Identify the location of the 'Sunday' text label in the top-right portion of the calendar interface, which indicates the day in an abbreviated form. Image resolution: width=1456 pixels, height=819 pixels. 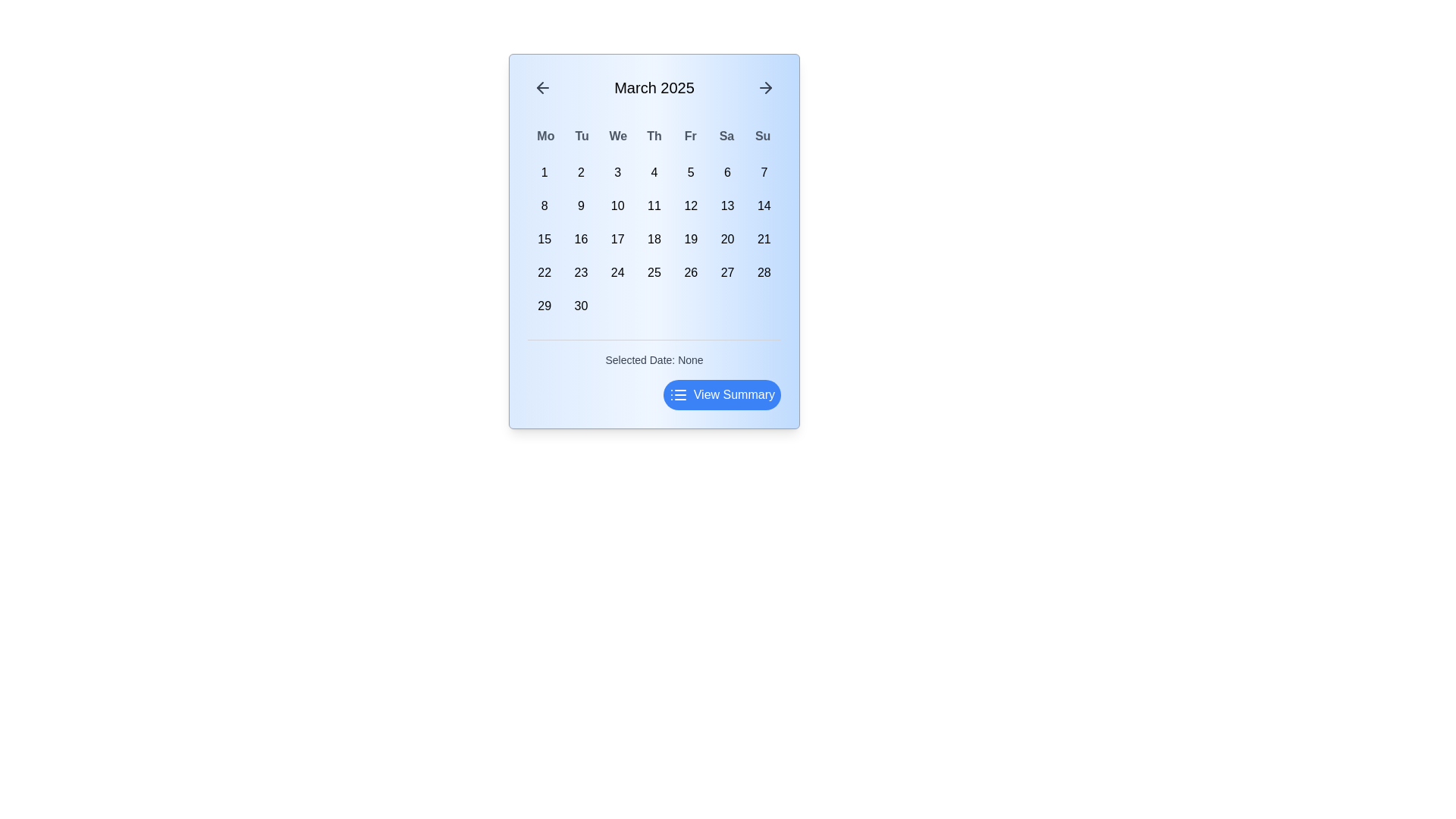
(763, 136).